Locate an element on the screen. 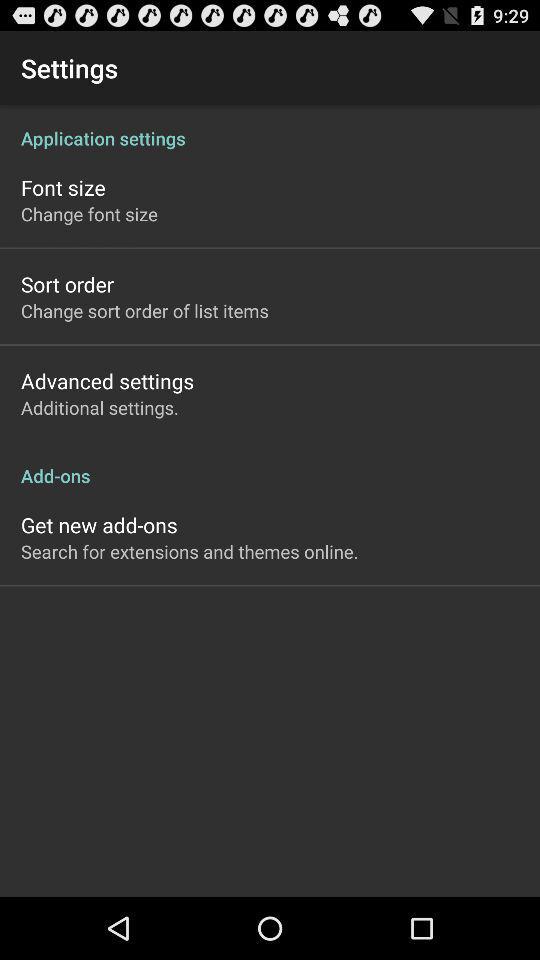 The width and height of the screenshot is (540, 960). the item below add-ons is located at coordinates (98, 524).